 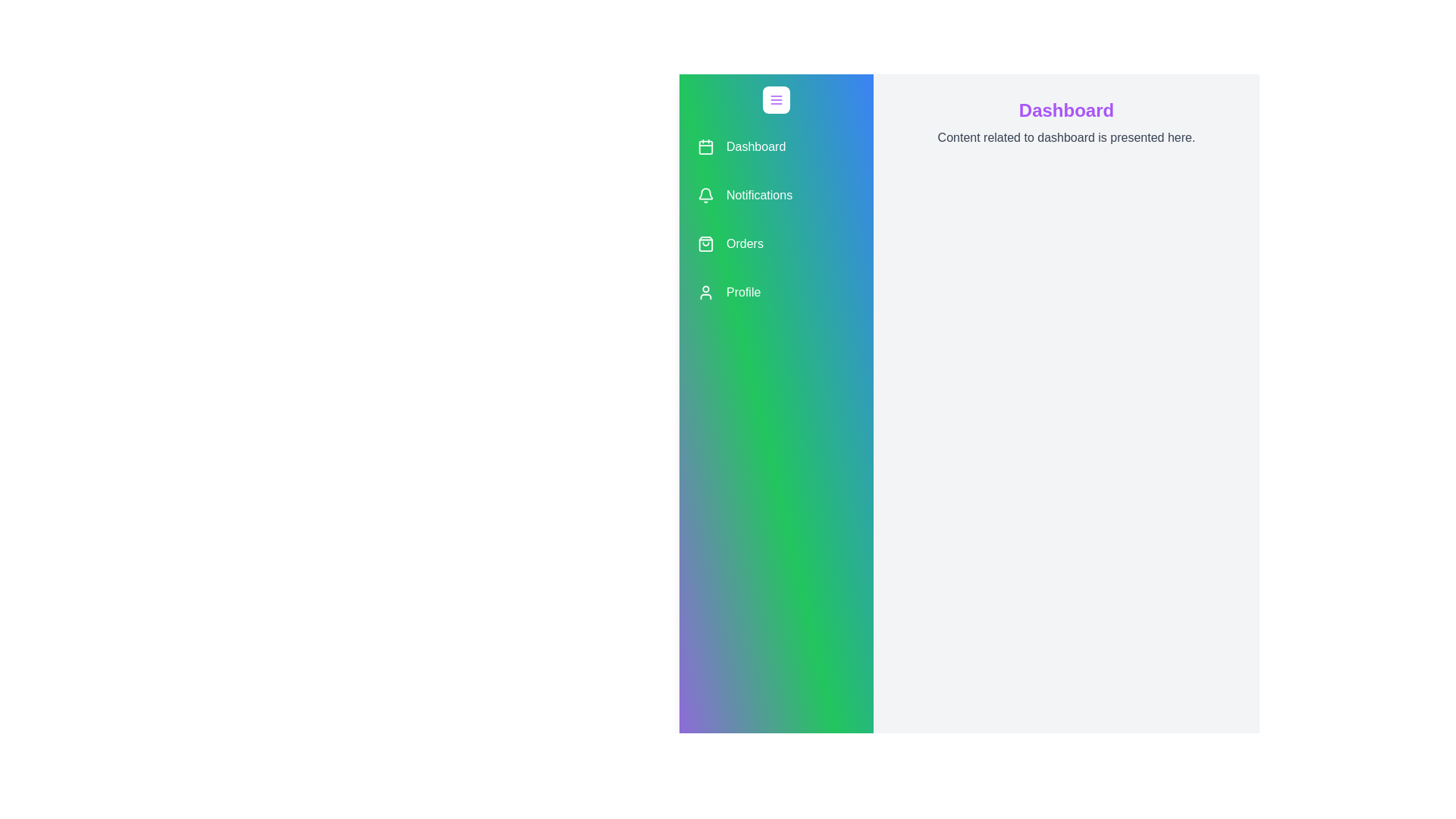 What do you see at coordinates (776, 146) in the screenshot?
I see `the menu item labeled 'Dashboard' to observe the hover effect` at bounding box center [776, 146].